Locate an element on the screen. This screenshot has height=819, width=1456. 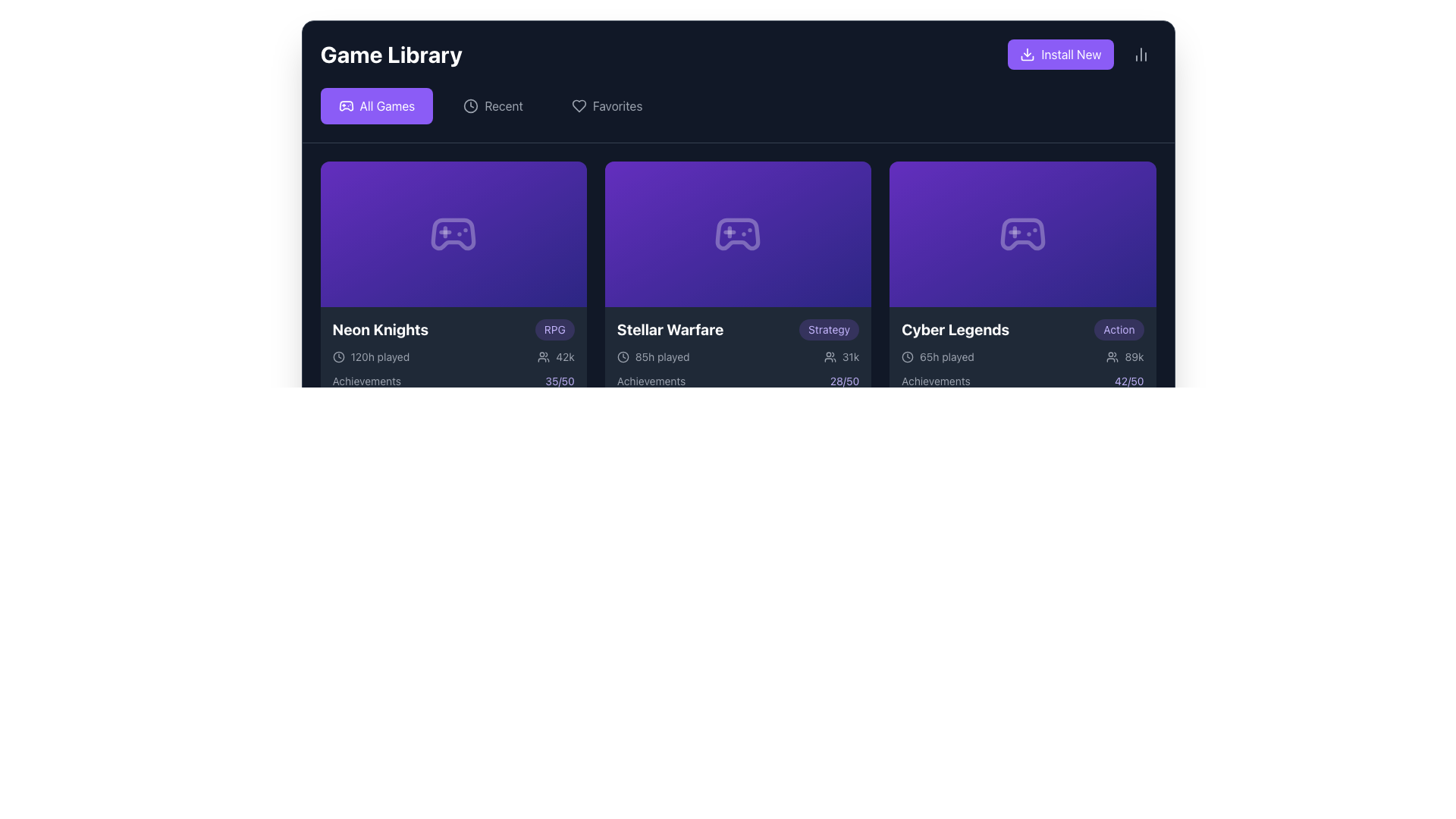
the 'Achievements' label, which is displayed in light gray against a dark background, located under the '65h played' text in the bottom header of the Cyber Legends game card is located at coordinates (935, 380).